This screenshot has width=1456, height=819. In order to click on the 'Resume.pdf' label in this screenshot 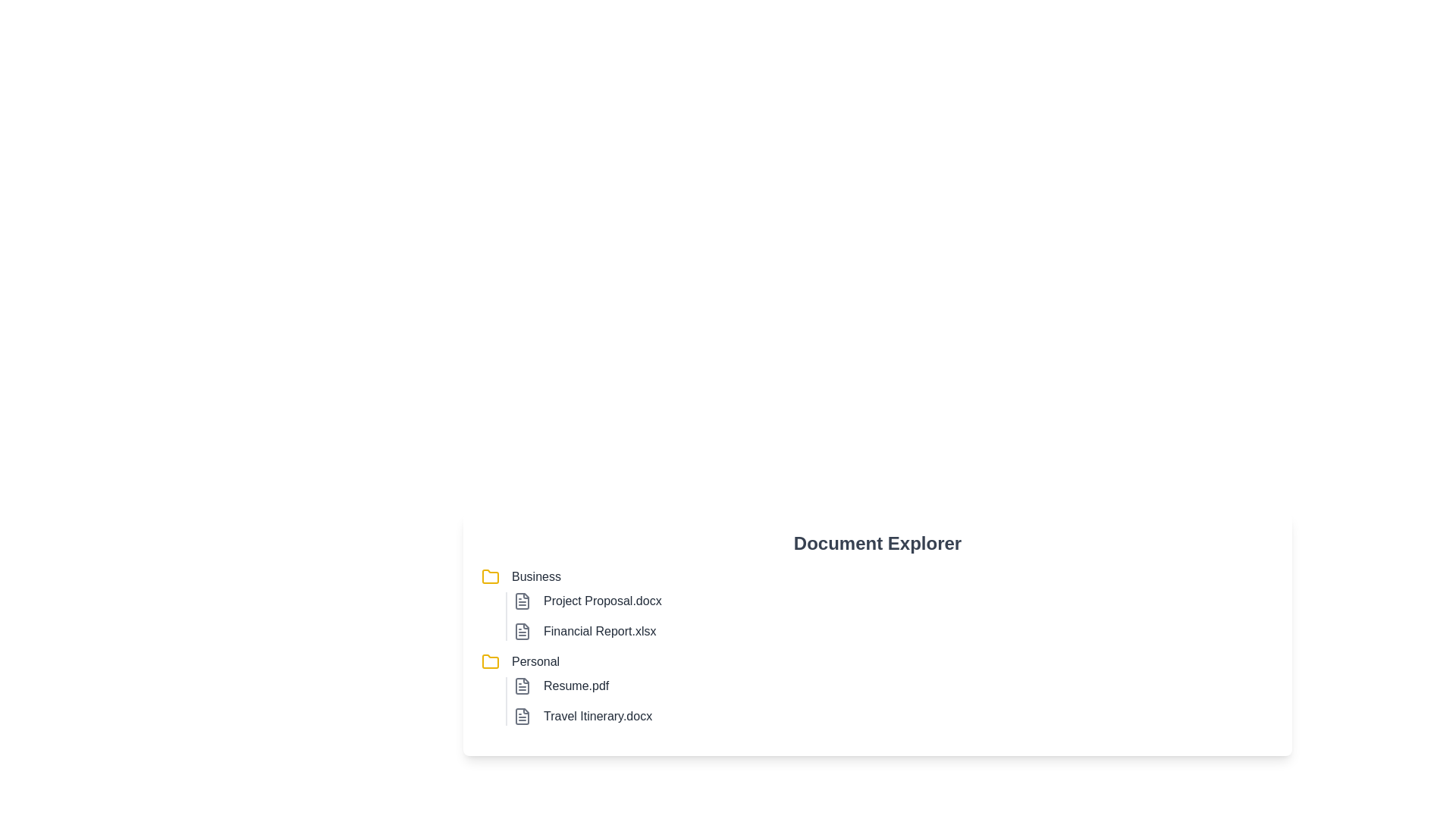, I will do `click(576, 686)`.